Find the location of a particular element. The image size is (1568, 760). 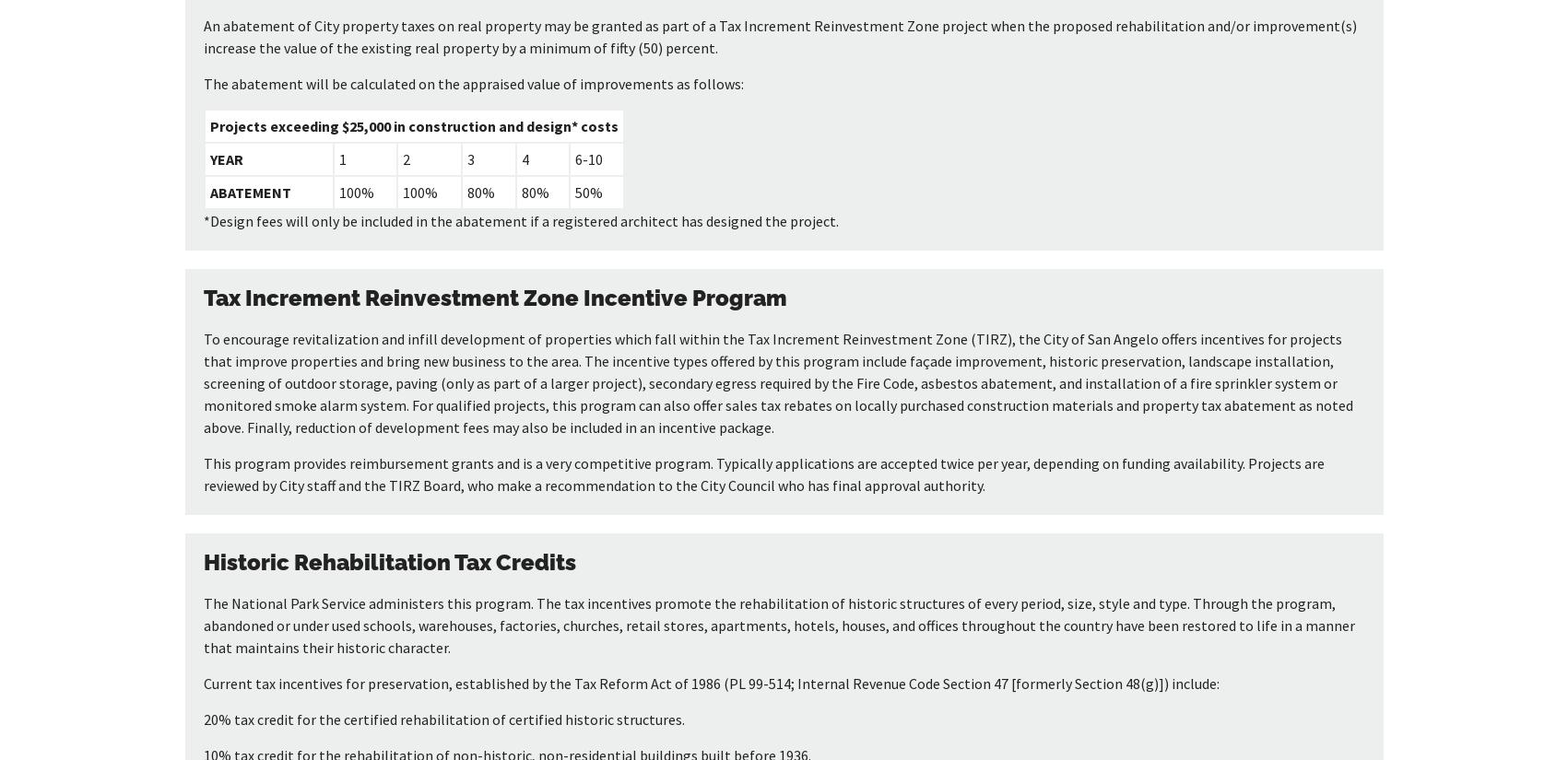

'4' is located at coordinates (524, 159).